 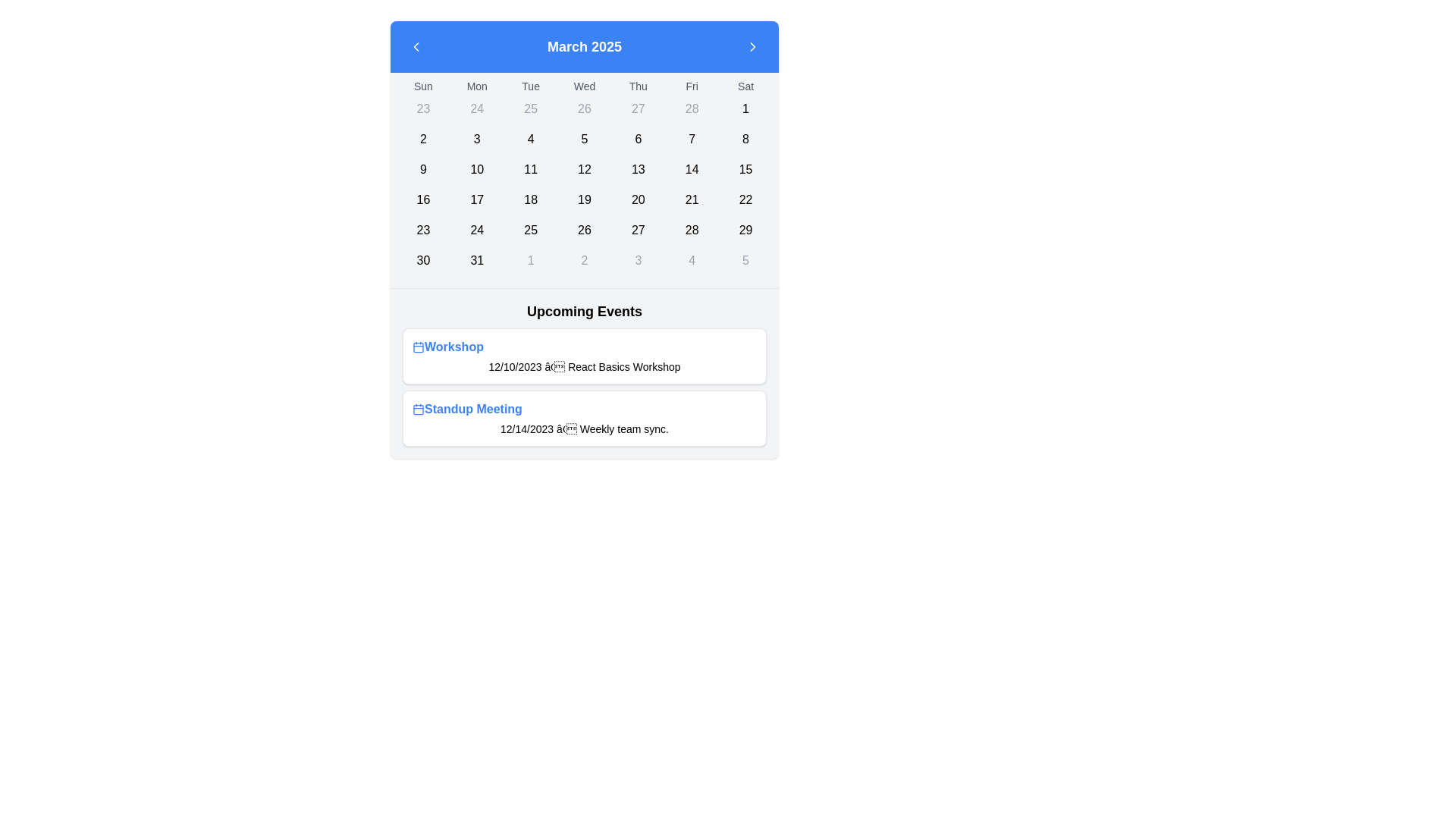 I want to click on the rounded rectangular button displaying the number '7' in the second row and sixth column of the grid calendar layout, so click(x=691, y=140).